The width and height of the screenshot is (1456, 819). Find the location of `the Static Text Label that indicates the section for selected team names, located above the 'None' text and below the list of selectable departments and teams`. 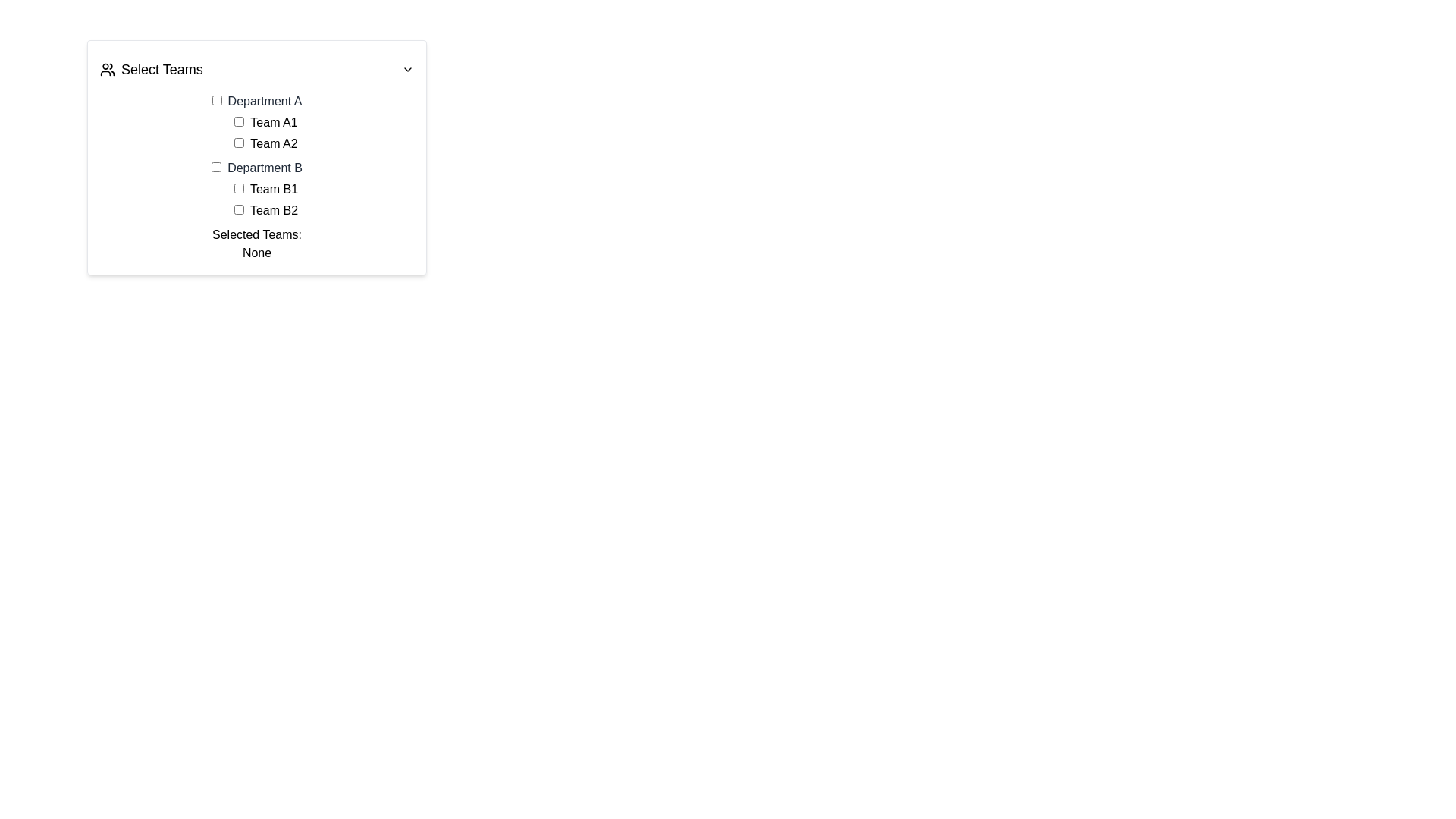

the Static Text Label that indicates the section for selected team names, located above the 'None' text and below the list of selectable departments and teams is located at coordinates (257, 234).